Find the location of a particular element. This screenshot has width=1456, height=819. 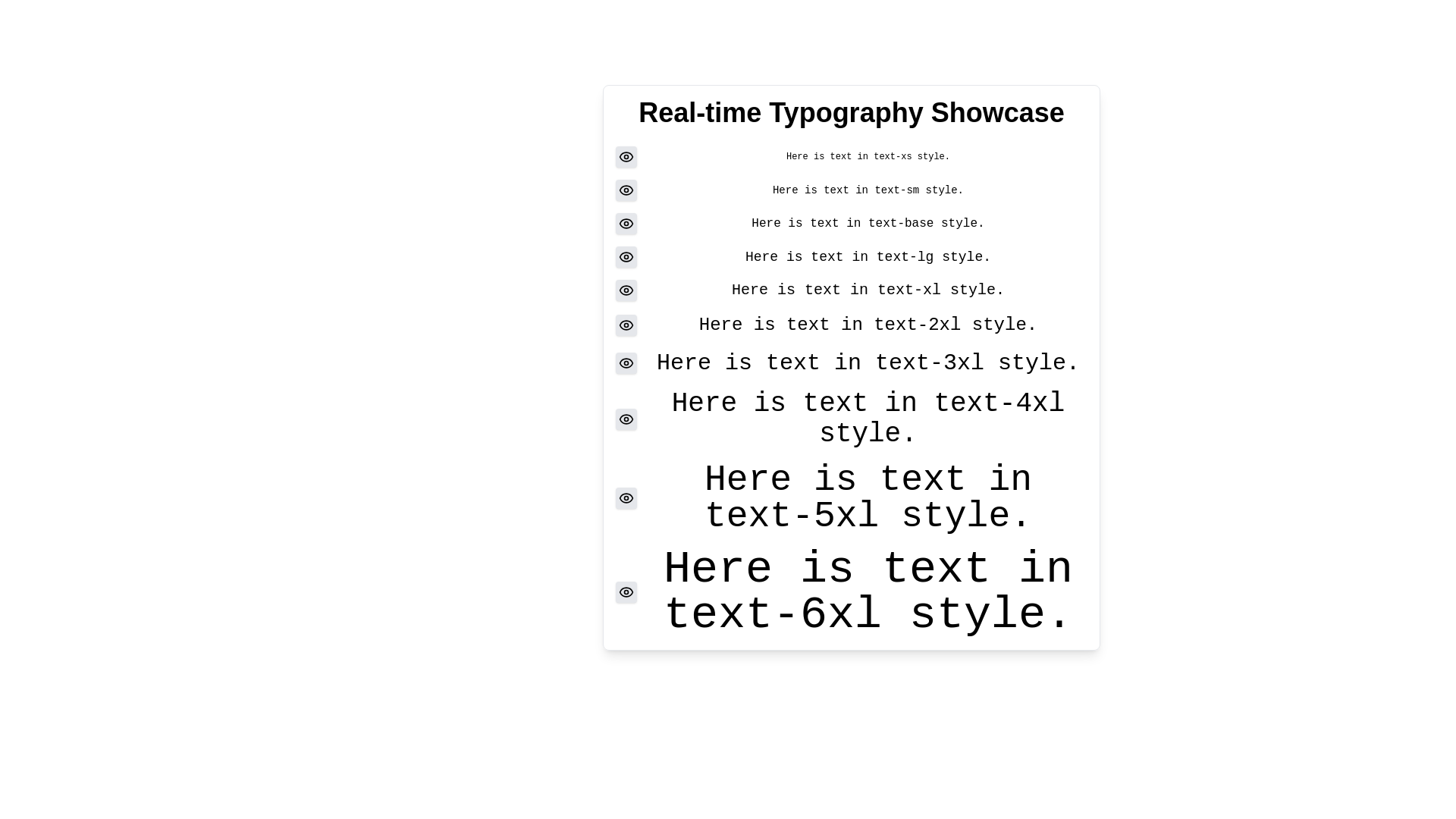

the toggle visibility button located to the left of the text component reading 'Here is text in text-2xl style' is located at coordinates (626, 324).